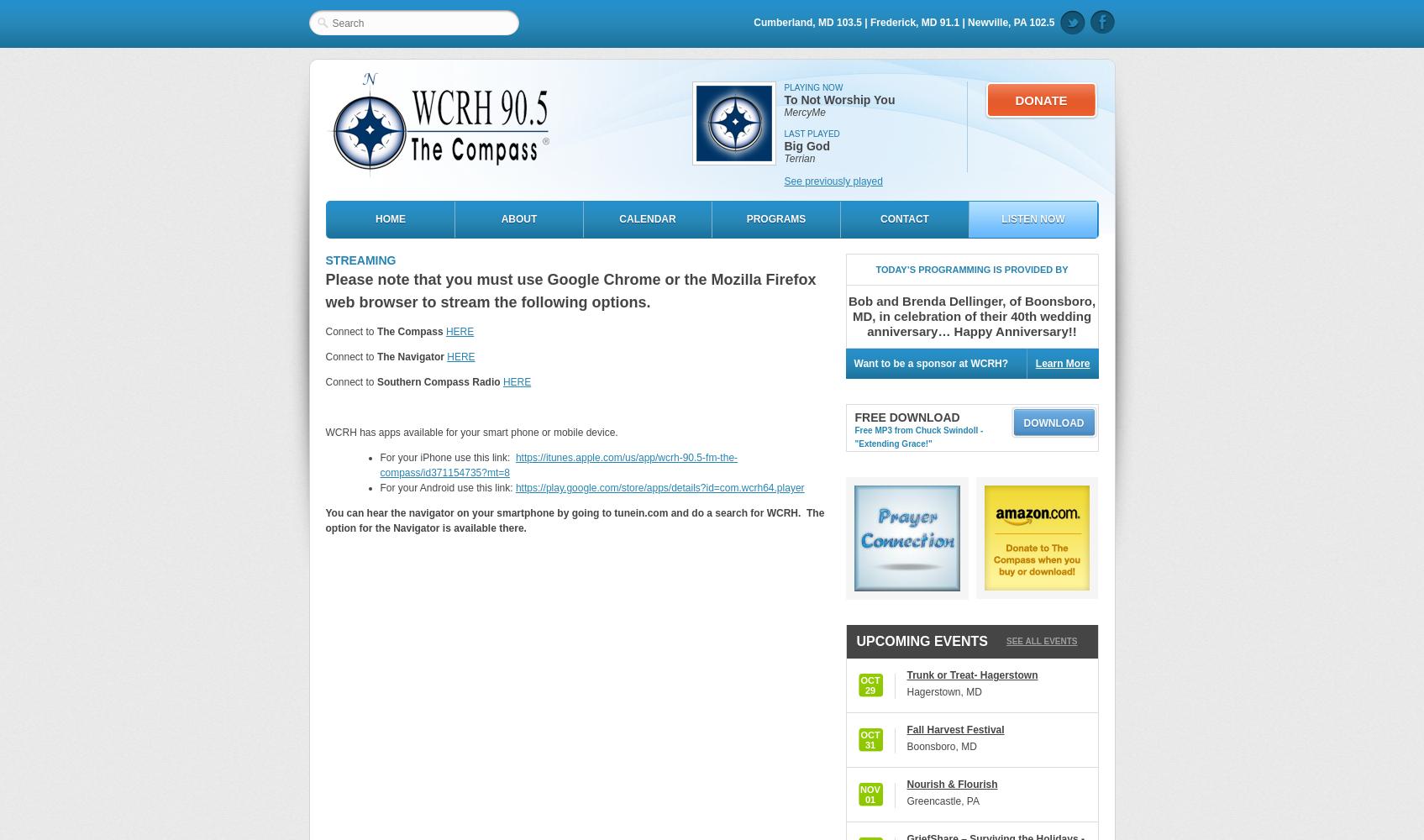 This screenshot has height=840, width=1424. Describe the element at coordinates (518, 219) in the screenshot. I see `'About'` at that location.